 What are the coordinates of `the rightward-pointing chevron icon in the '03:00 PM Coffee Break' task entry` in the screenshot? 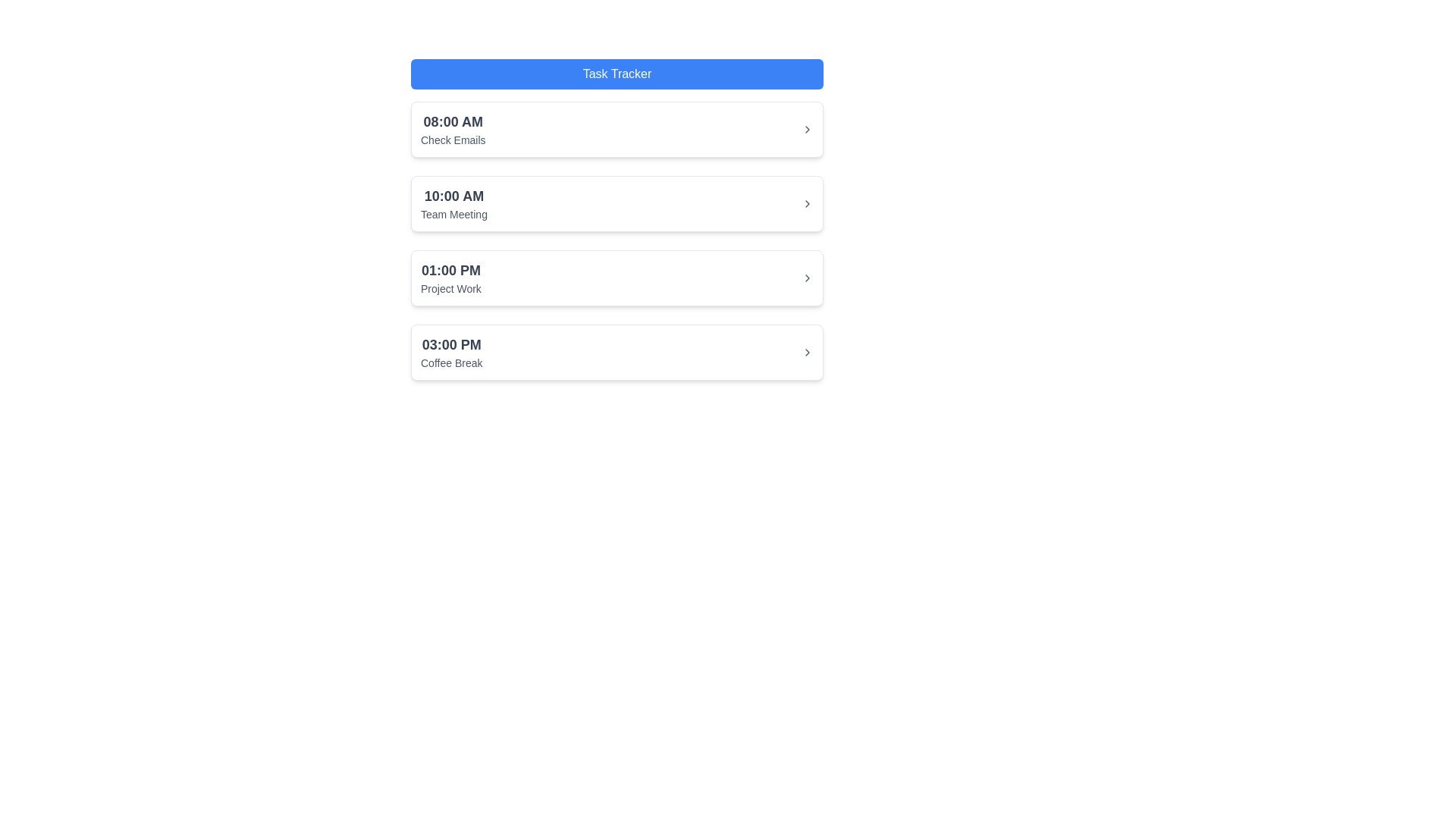 It's located at (807, 353).